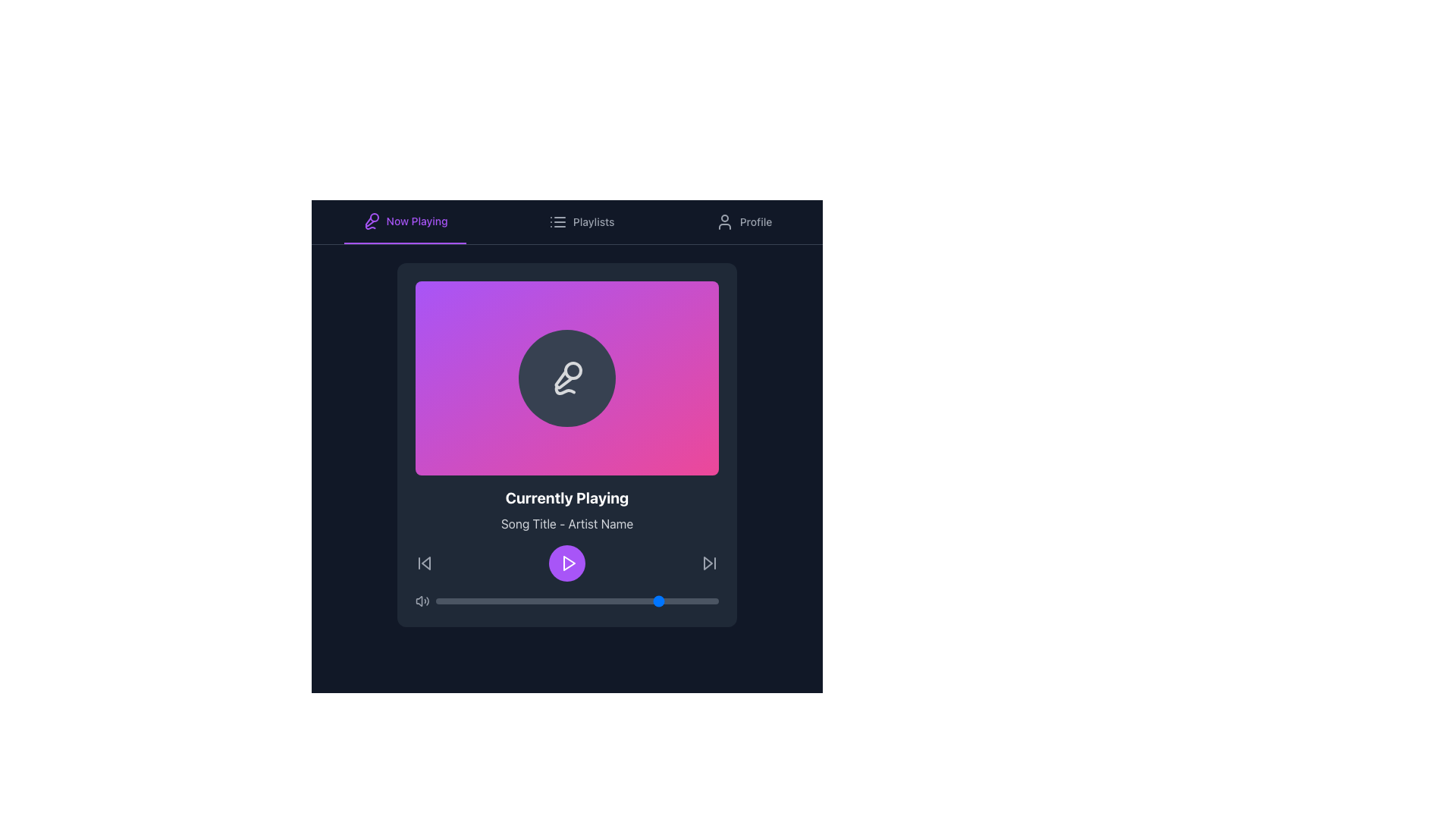  Describe the element at coordinates (567, 563) in the screenshot. I see `the play button located centrally at the bottom of the music player's main section` at that location.